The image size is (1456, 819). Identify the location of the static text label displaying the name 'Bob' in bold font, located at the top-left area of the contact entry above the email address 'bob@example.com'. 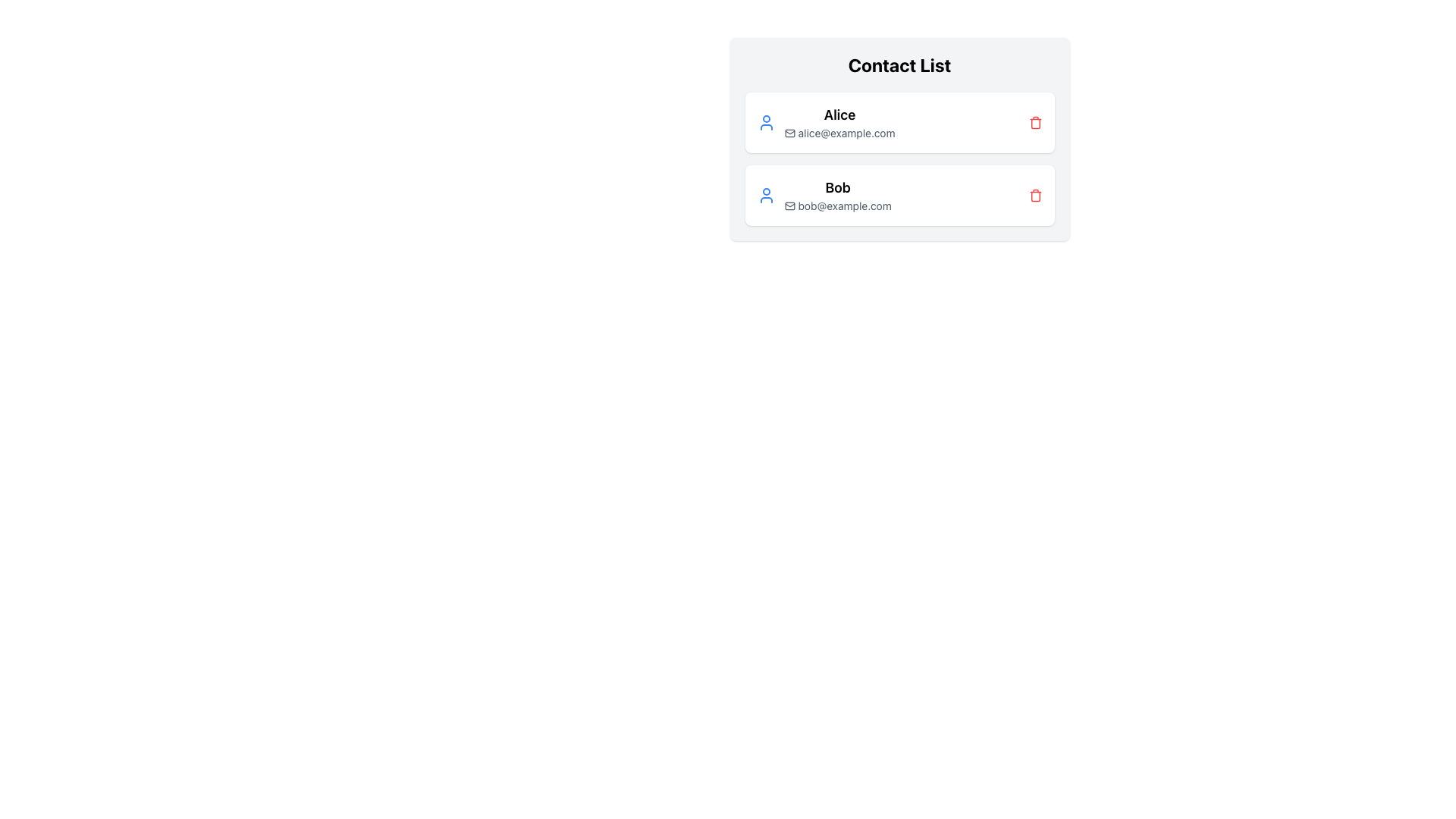
(837, 187).